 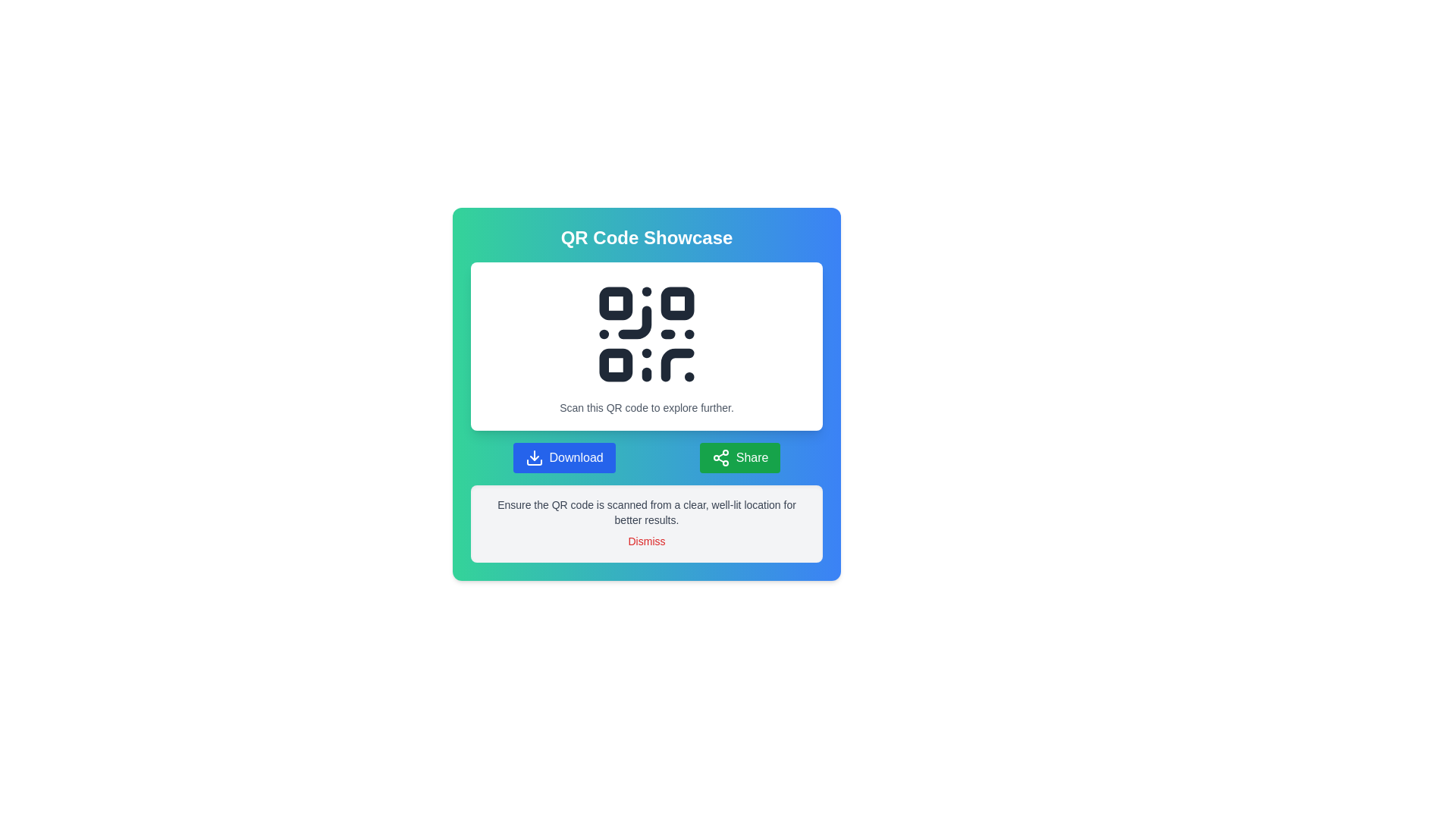 What do you see at coordinates (647, 512) in the screenshot?
I see `the instructional text label that provides guidelines for optimal QR code scanning, located above the 'Dismiss' button` at bounding box center [647, 512].